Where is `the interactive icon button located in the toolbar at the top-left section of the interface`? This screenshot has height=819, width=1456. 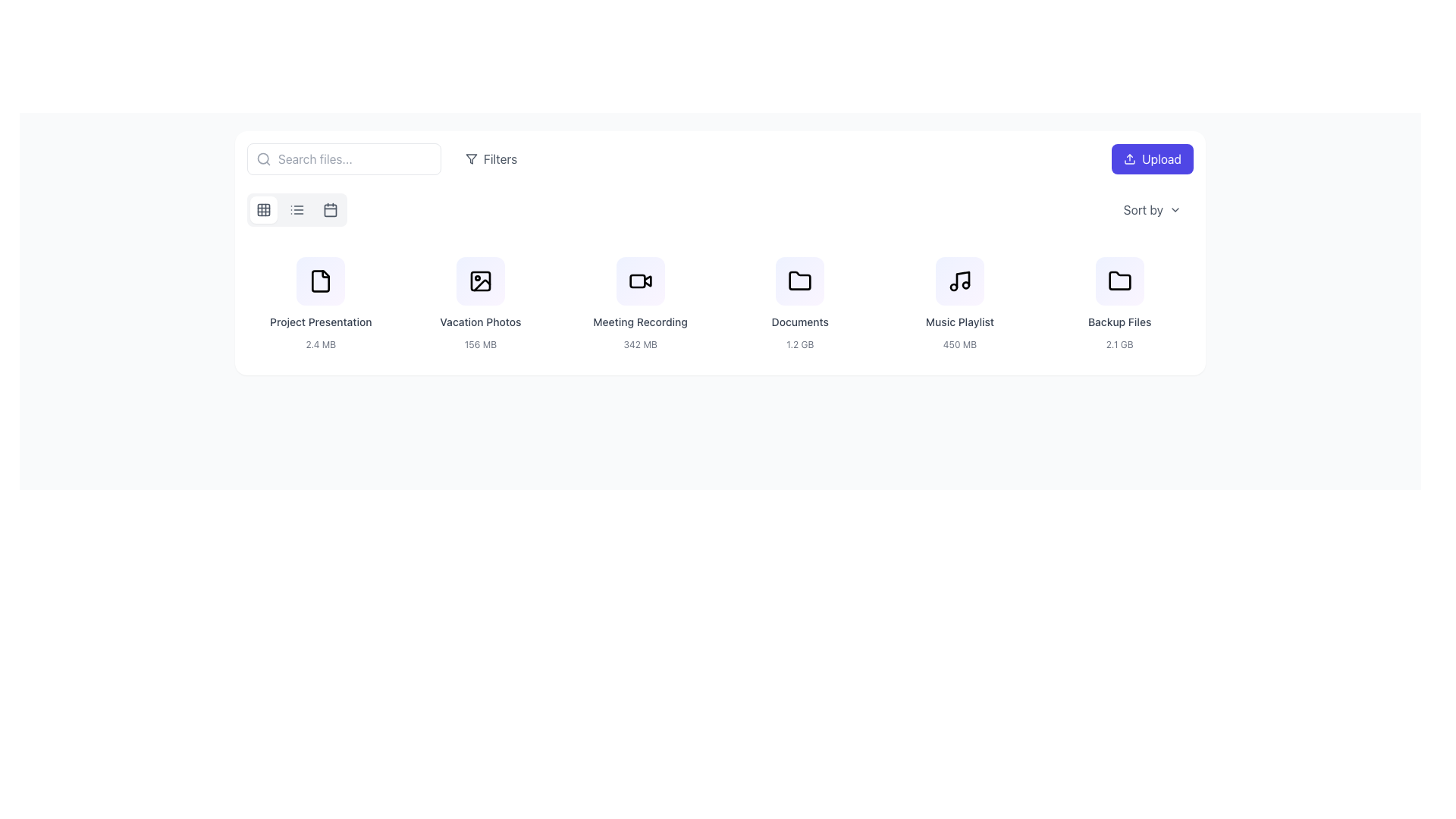 the interactive icon button located in the toolbar at the top-left section of the interface is located at coordinates (263, 210).